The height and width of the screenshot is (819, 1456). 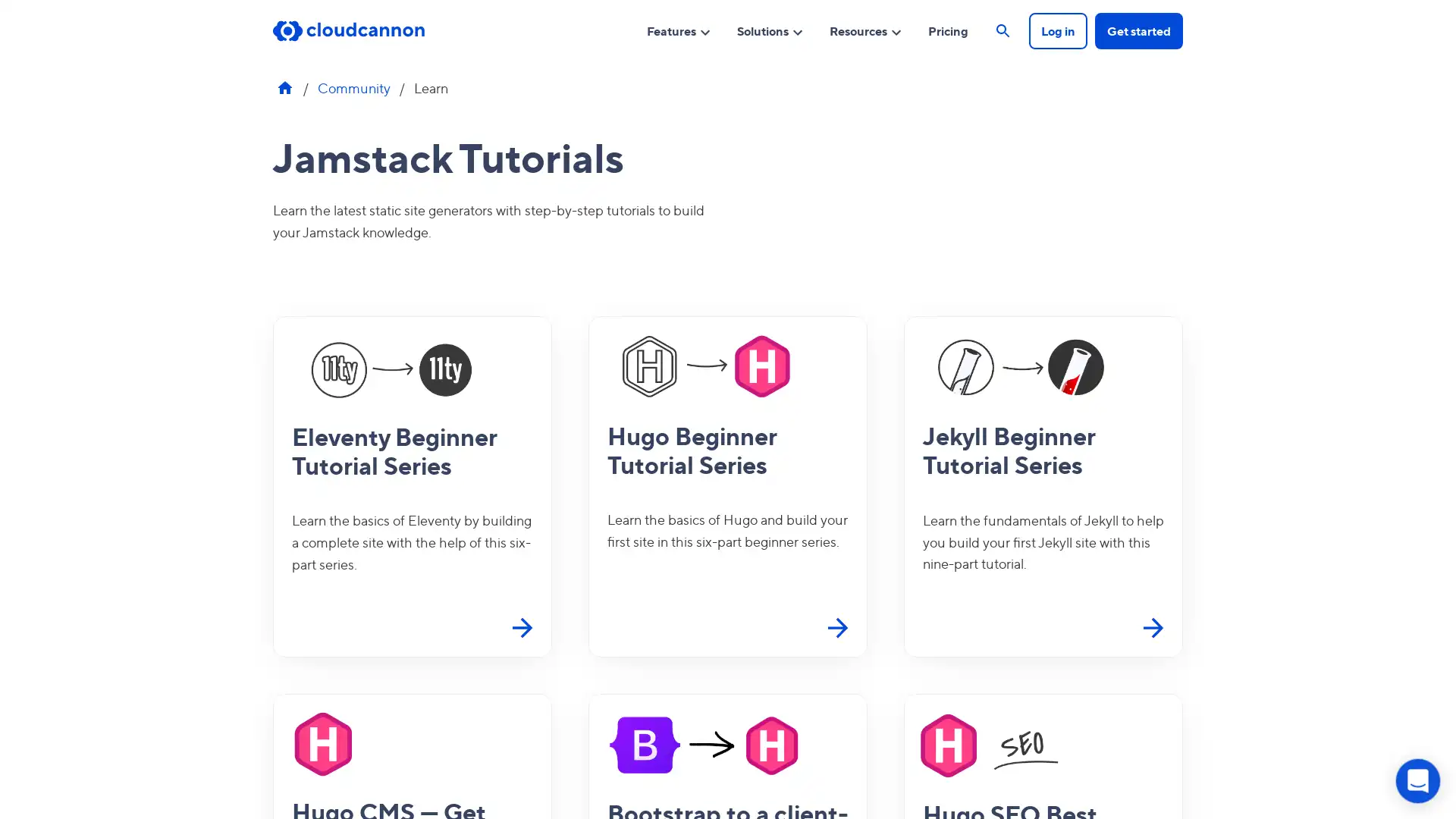 I want to click on Features, so click(x=678, y=30).